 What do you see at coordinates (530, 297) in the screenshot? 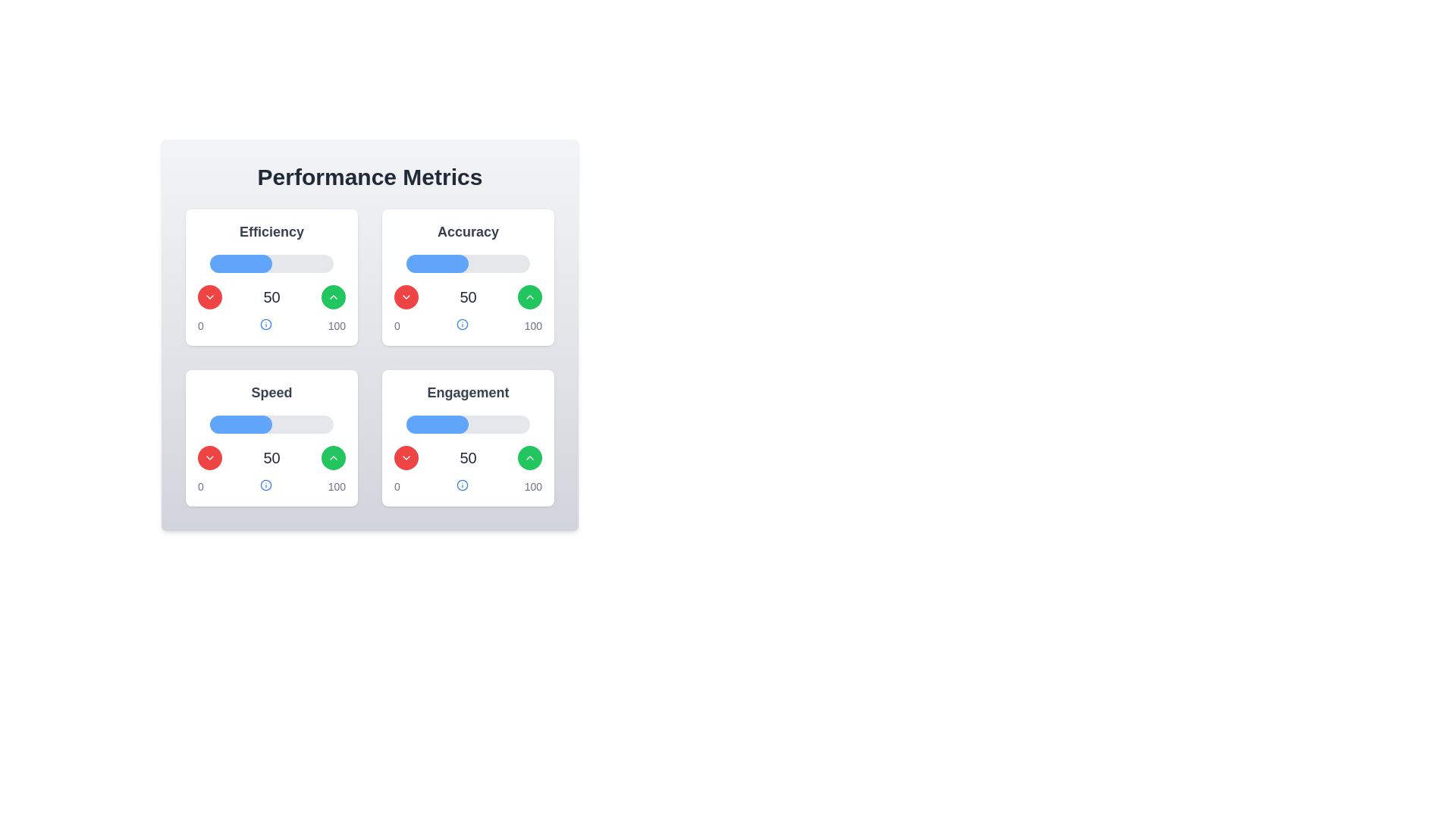
I see `the upward-pointing chevron icon located inside the circular green button at the bottom-right corner of the 'Accuracy' metric card in the 'Performance Metrics' grid` at bounding box center [530, 297].